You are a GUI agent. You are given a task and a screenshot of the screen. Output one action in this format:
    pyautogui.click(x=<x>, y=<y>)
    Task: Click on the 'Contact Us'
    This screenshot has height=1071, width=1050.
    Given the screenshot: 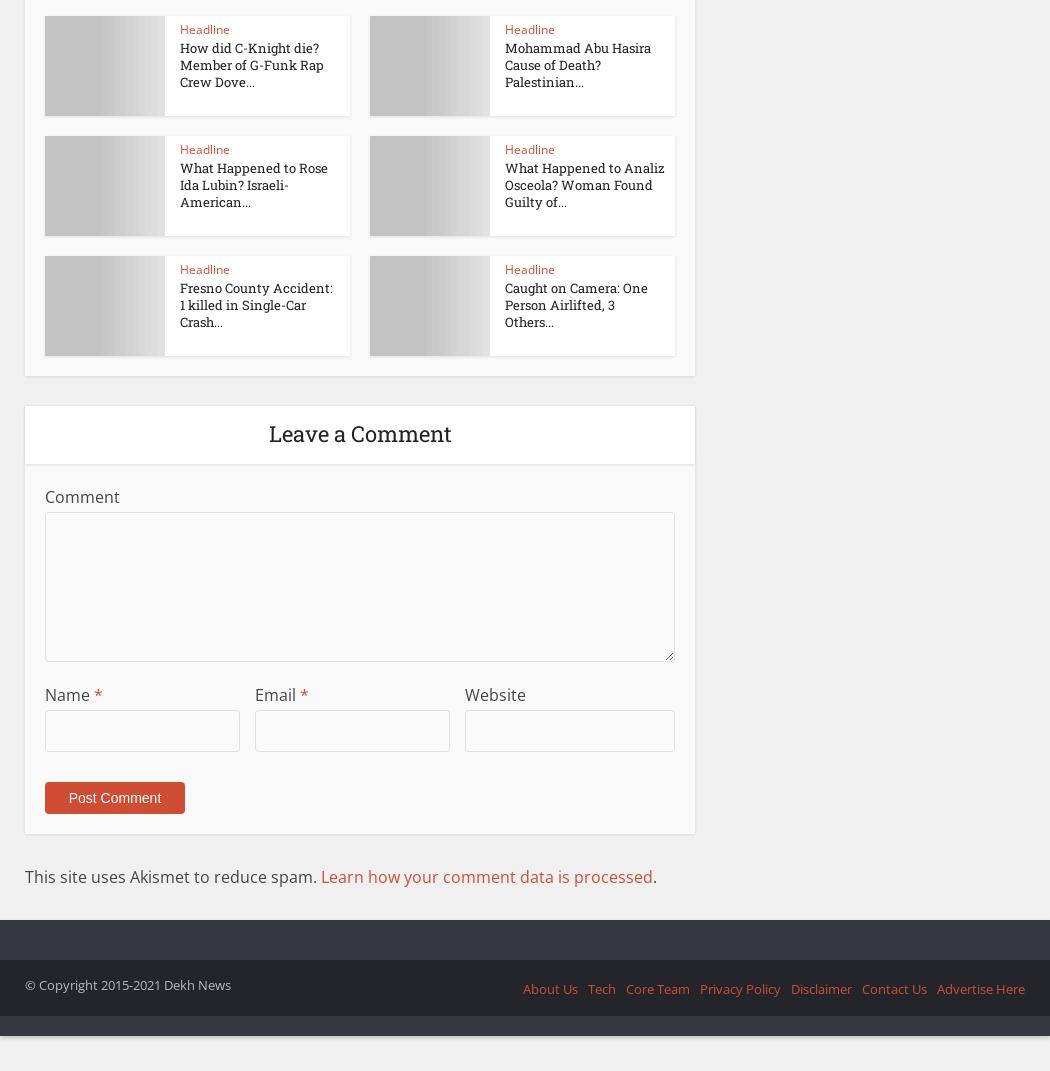 What is the action you would take?
    pyautogui.click(x=893, y=987)
    